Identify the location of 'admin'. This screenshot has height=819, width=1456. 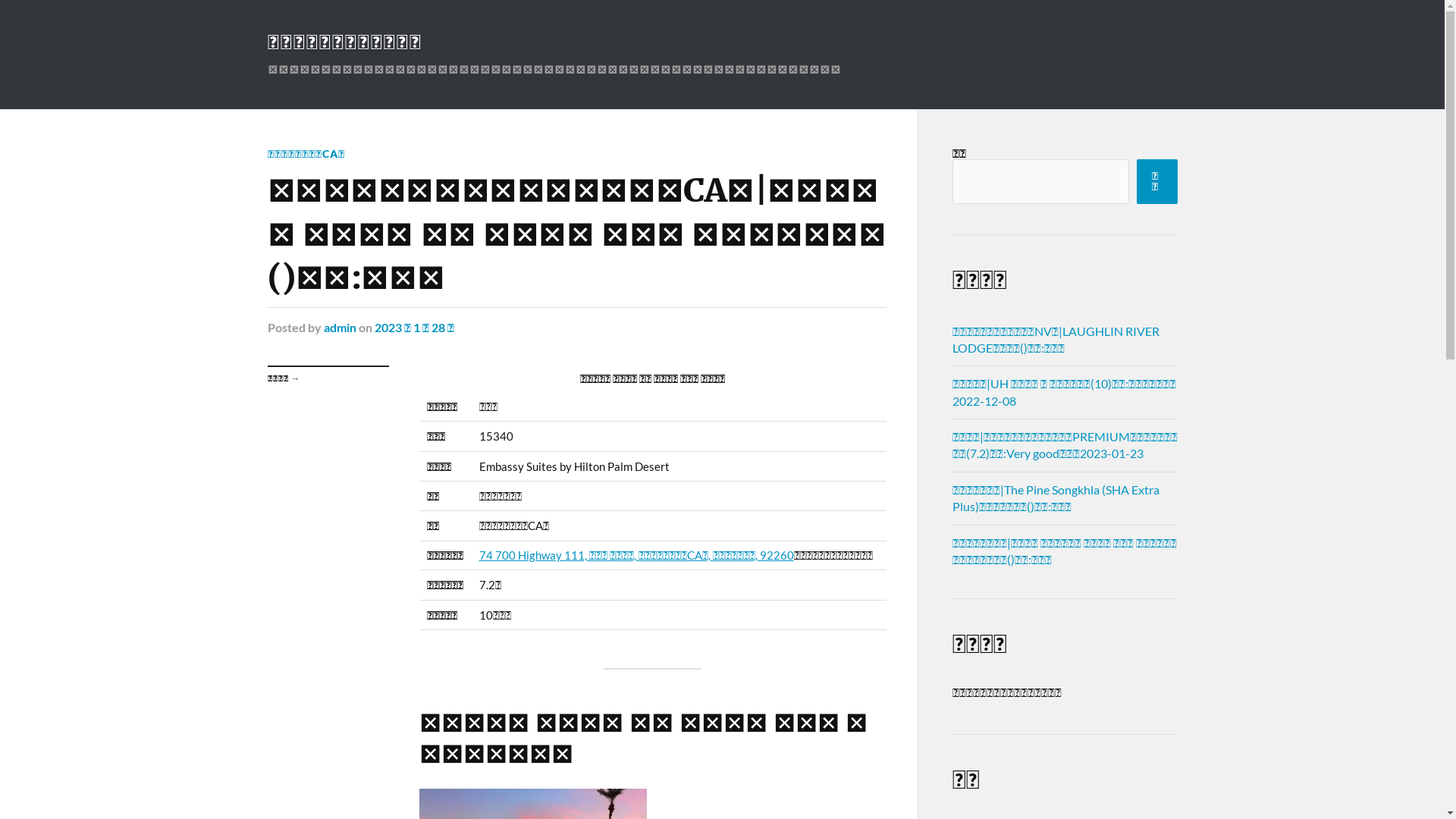
(338, 326).